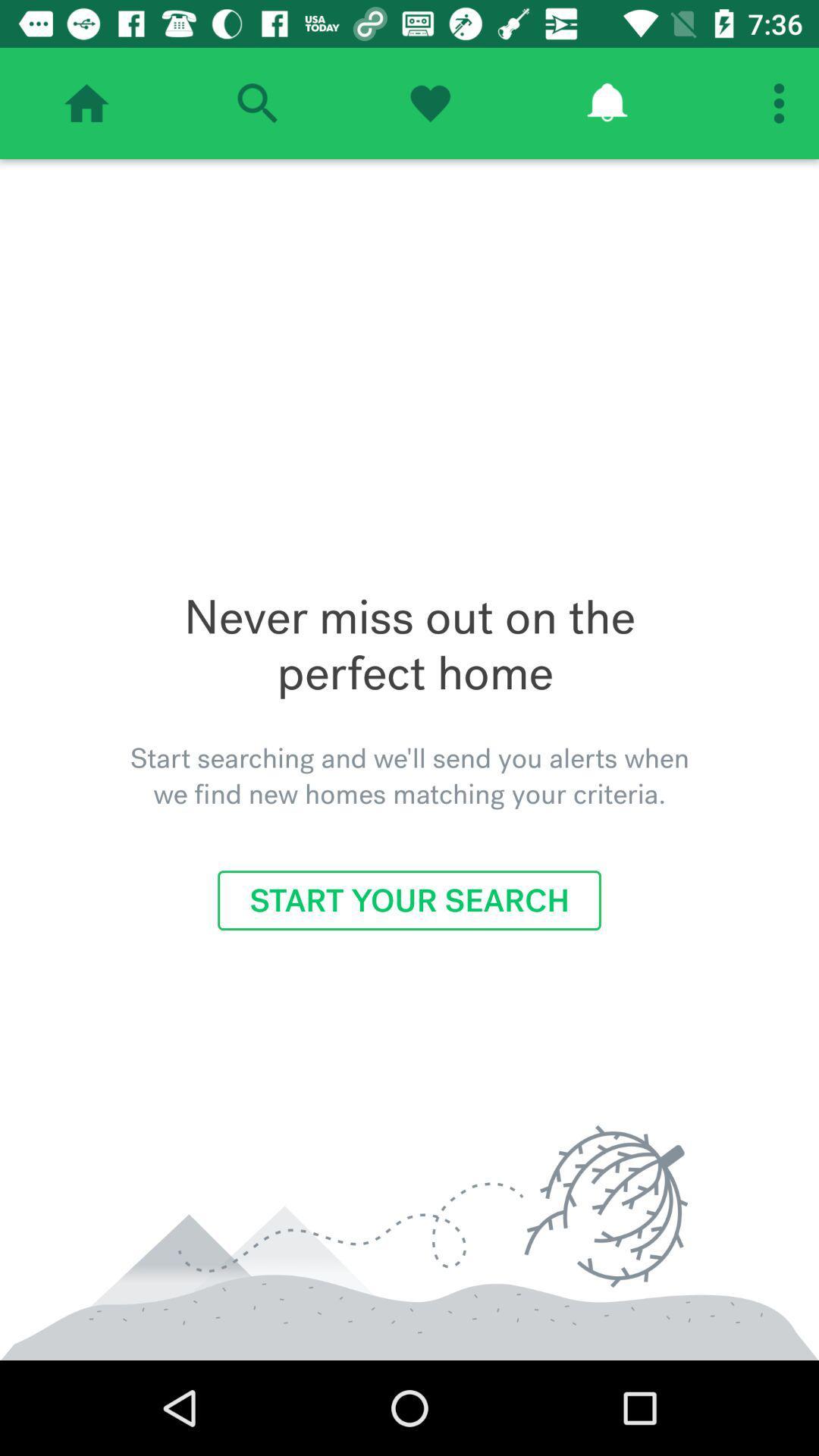 The width and height of the screenshot is (819, 1456). I want to click on show reminders, so click(606, 102).